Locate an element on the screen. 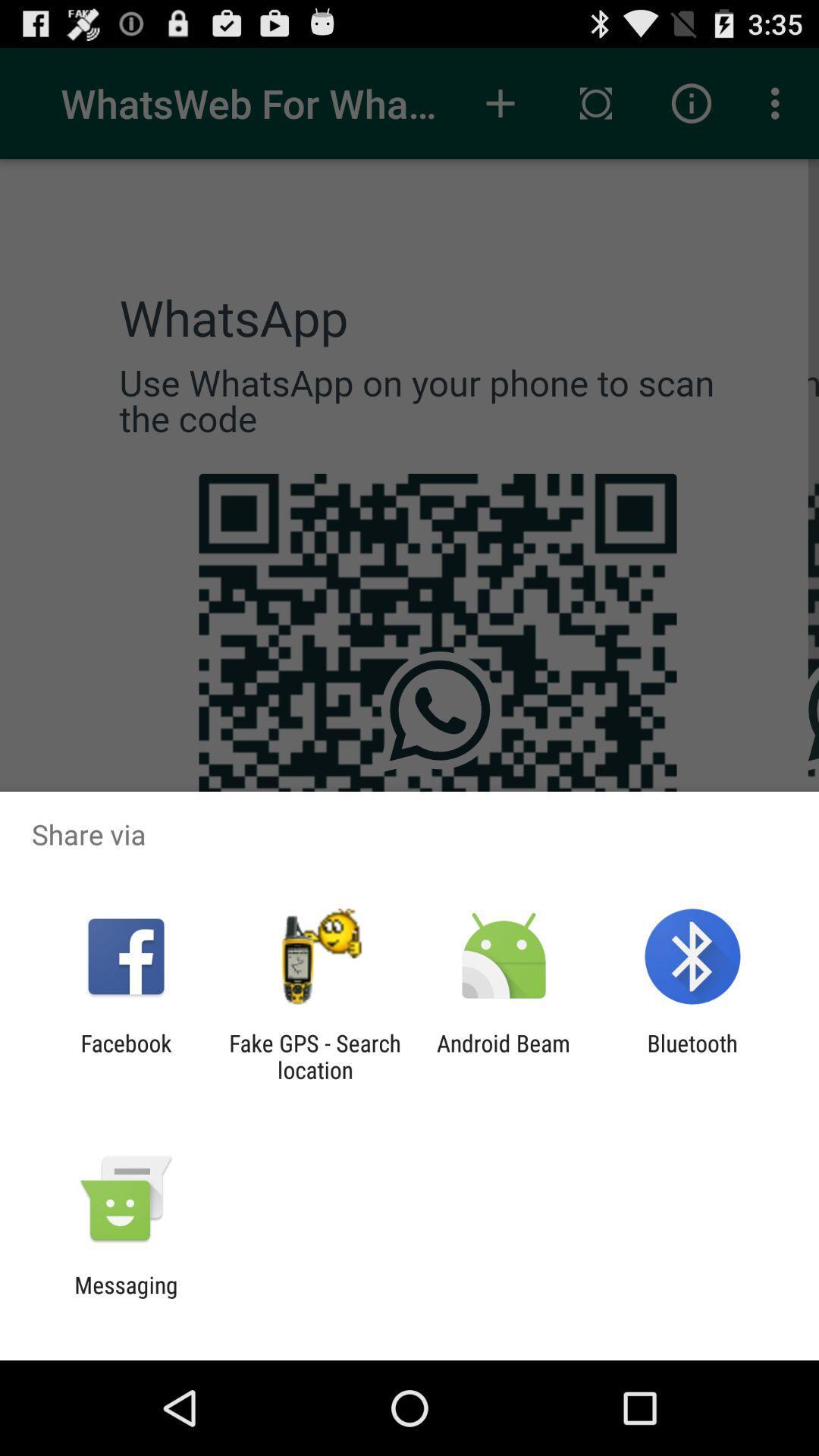 The width and height of the screenshot is (819, 1456). icon next to android beam is located at coordinates (314, 1056).